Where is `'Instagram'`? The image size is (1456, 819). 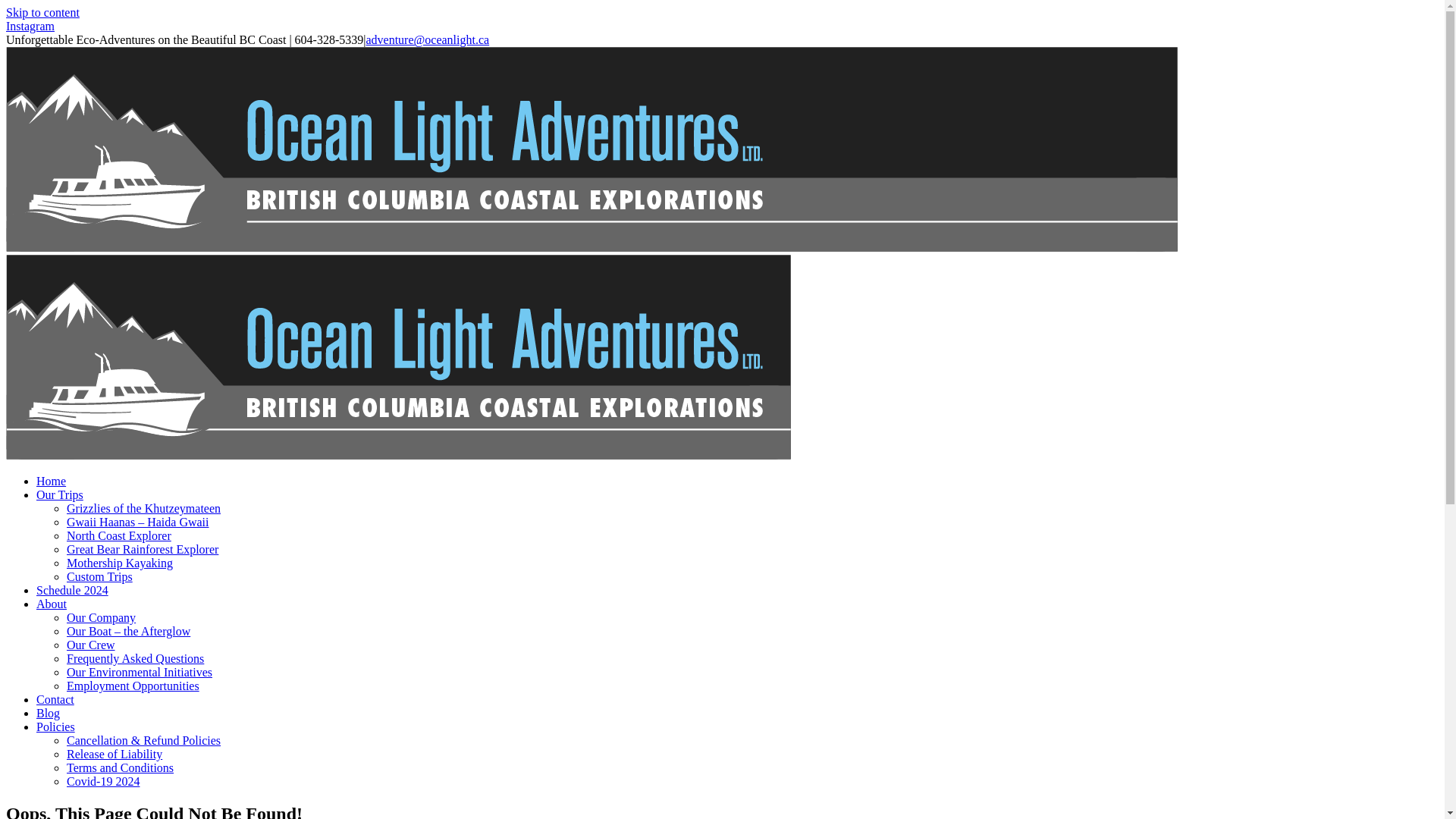 'Instagram' is located at coordinates (30, 26).